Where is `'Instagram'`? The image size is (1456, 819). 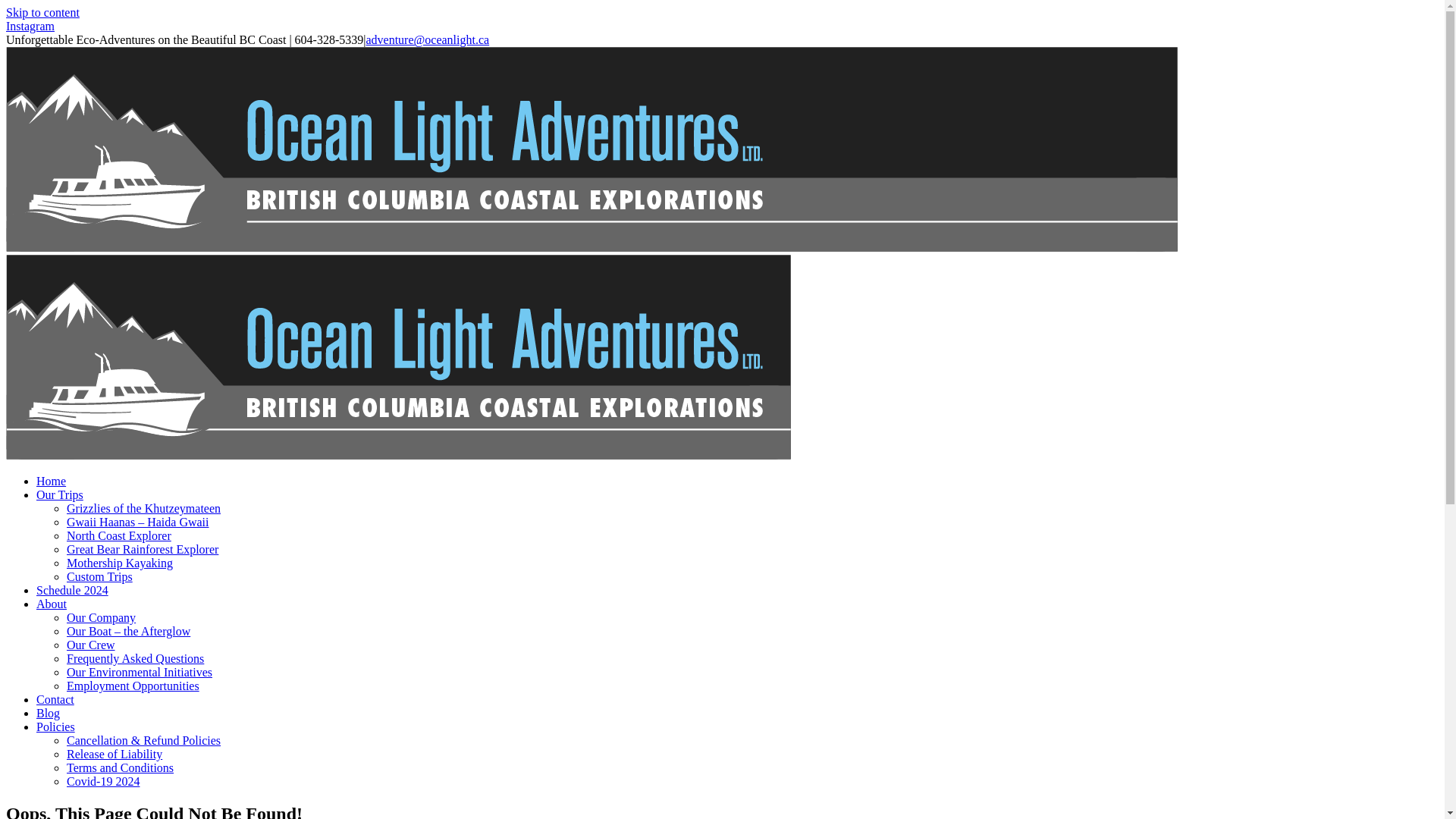 'Instagram' is located at coordinates (30, 26).